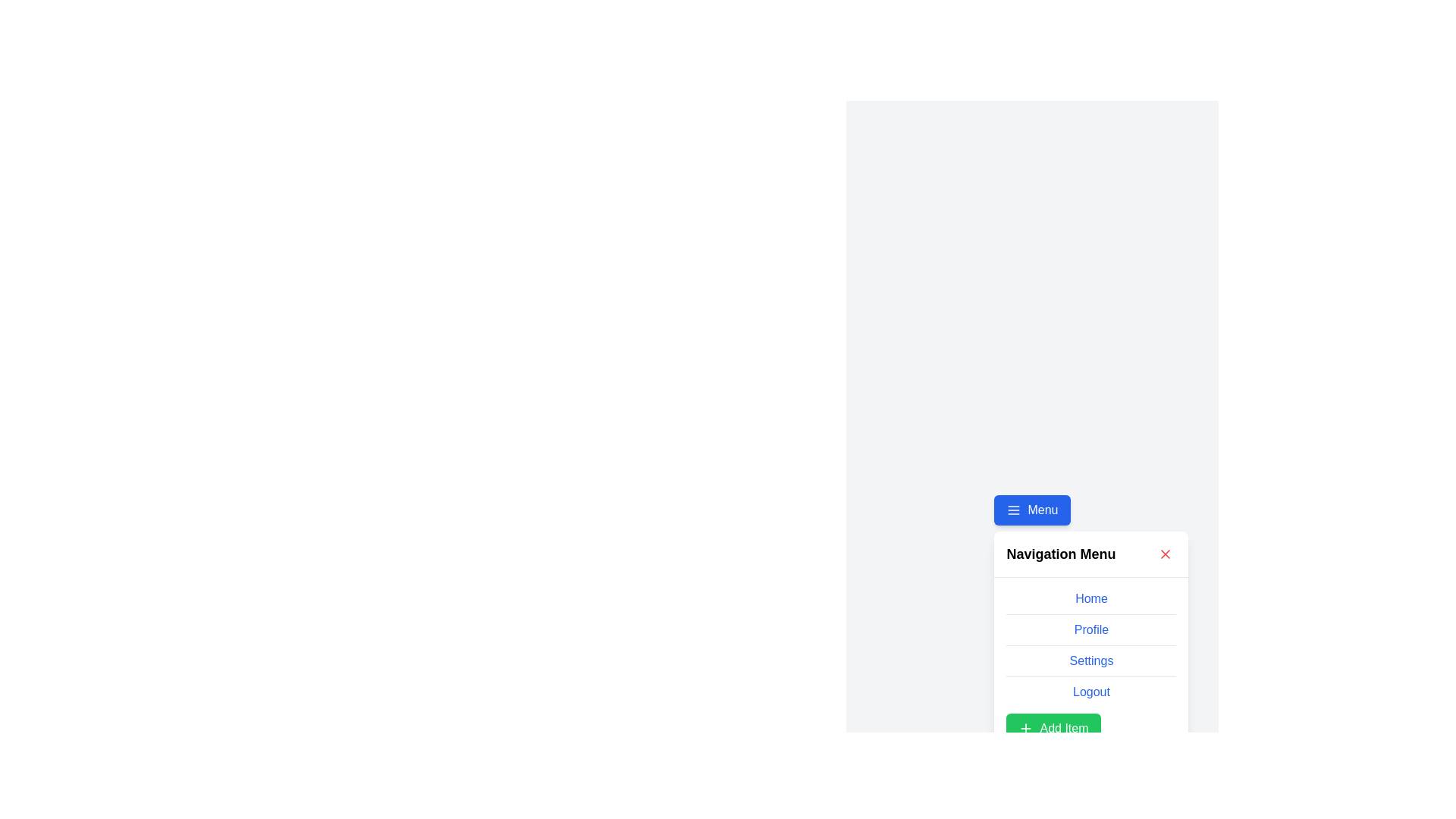  Describe the element at coordinates (1090, 629) in the screenshot. I see `the 'Profile' link, which is styled in blue with an underline on hover, located in the dropdown menu labeled 'Navigation Menu' beneath 'Home' and above 'Settings'` at that location.